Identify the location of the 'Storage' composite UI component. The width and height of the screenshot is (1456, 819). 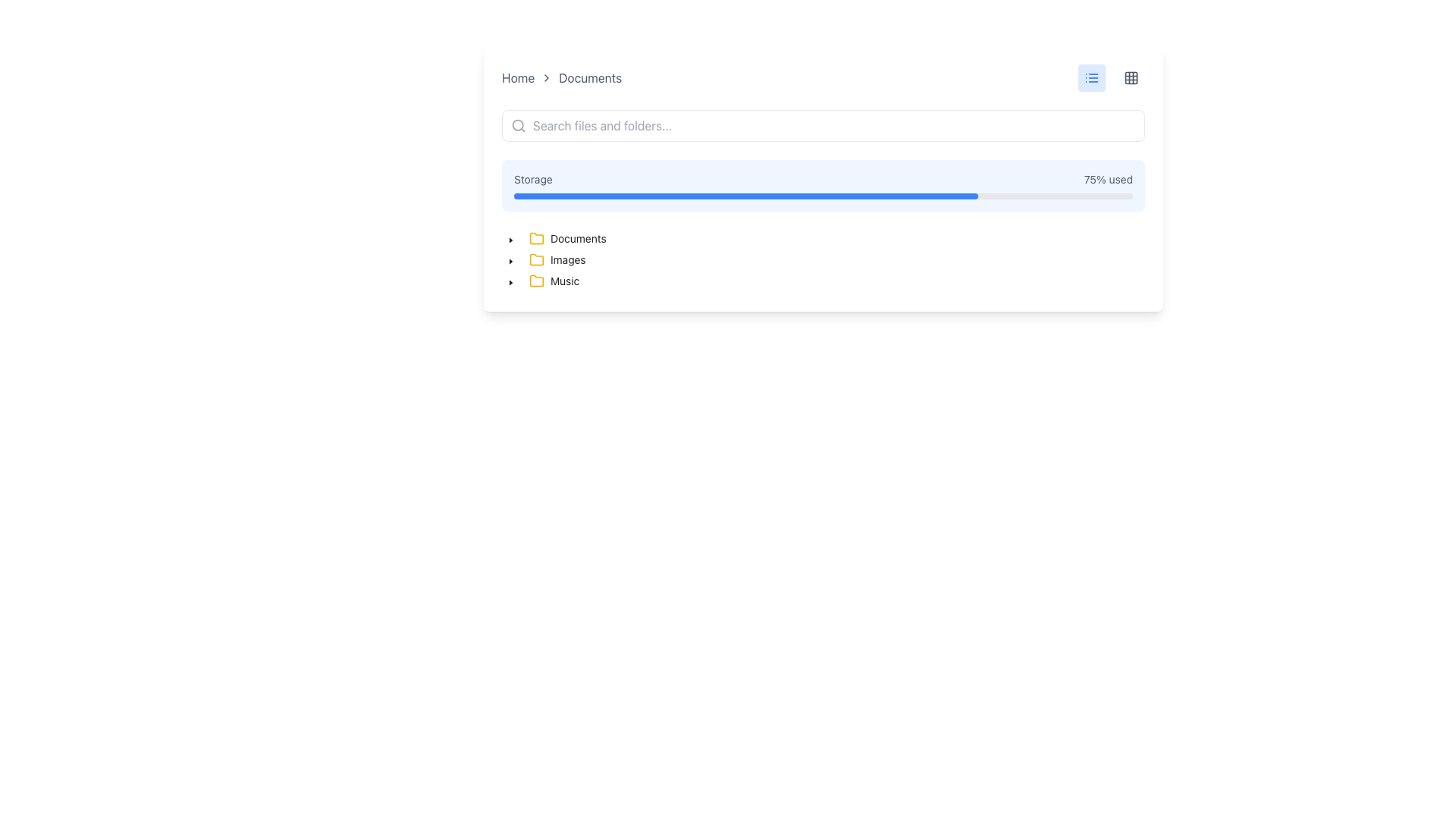
(822, 185).